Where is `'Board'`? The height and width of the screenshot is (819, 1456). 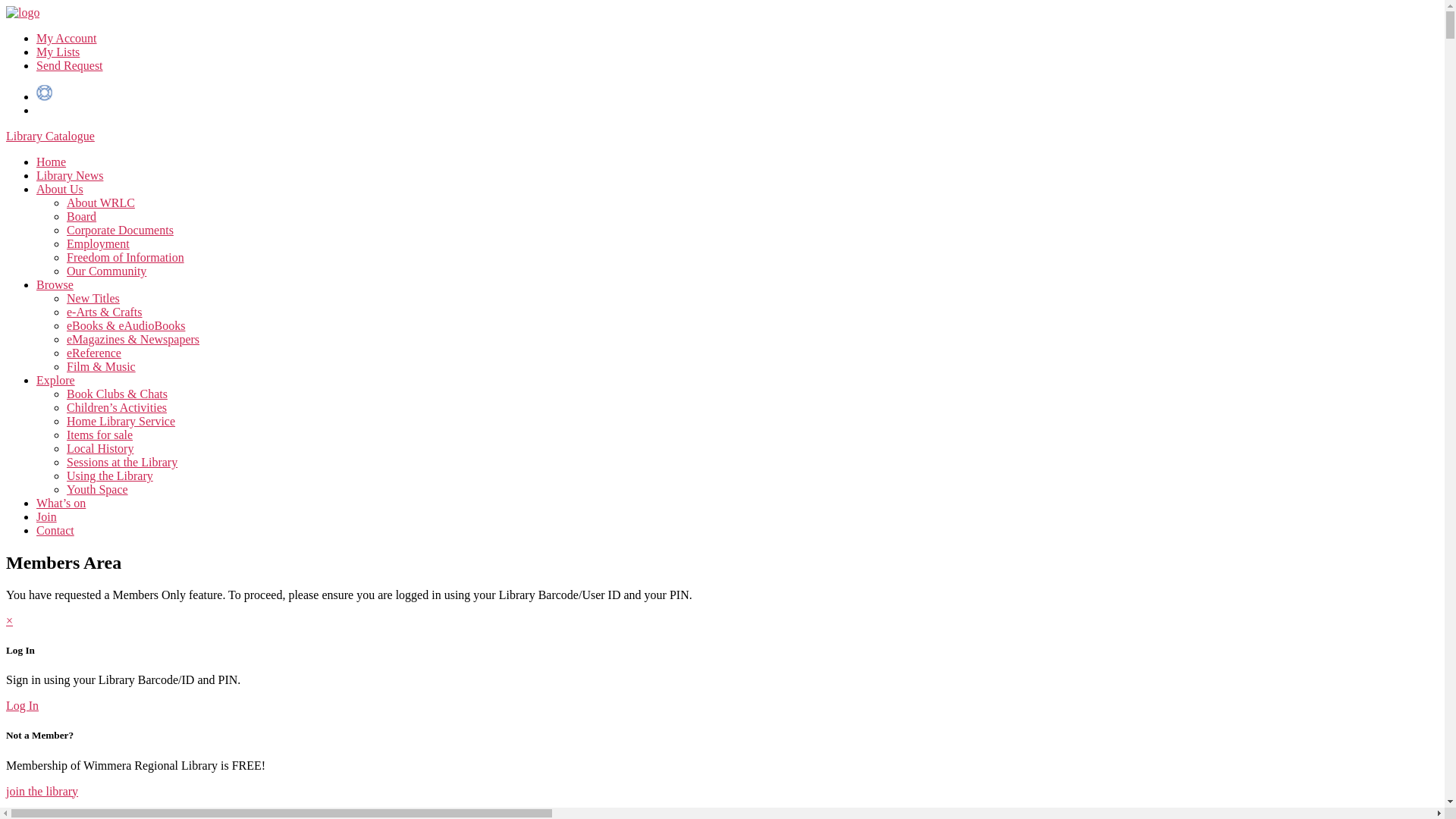
'Board' is located at coordinates (80, 216).